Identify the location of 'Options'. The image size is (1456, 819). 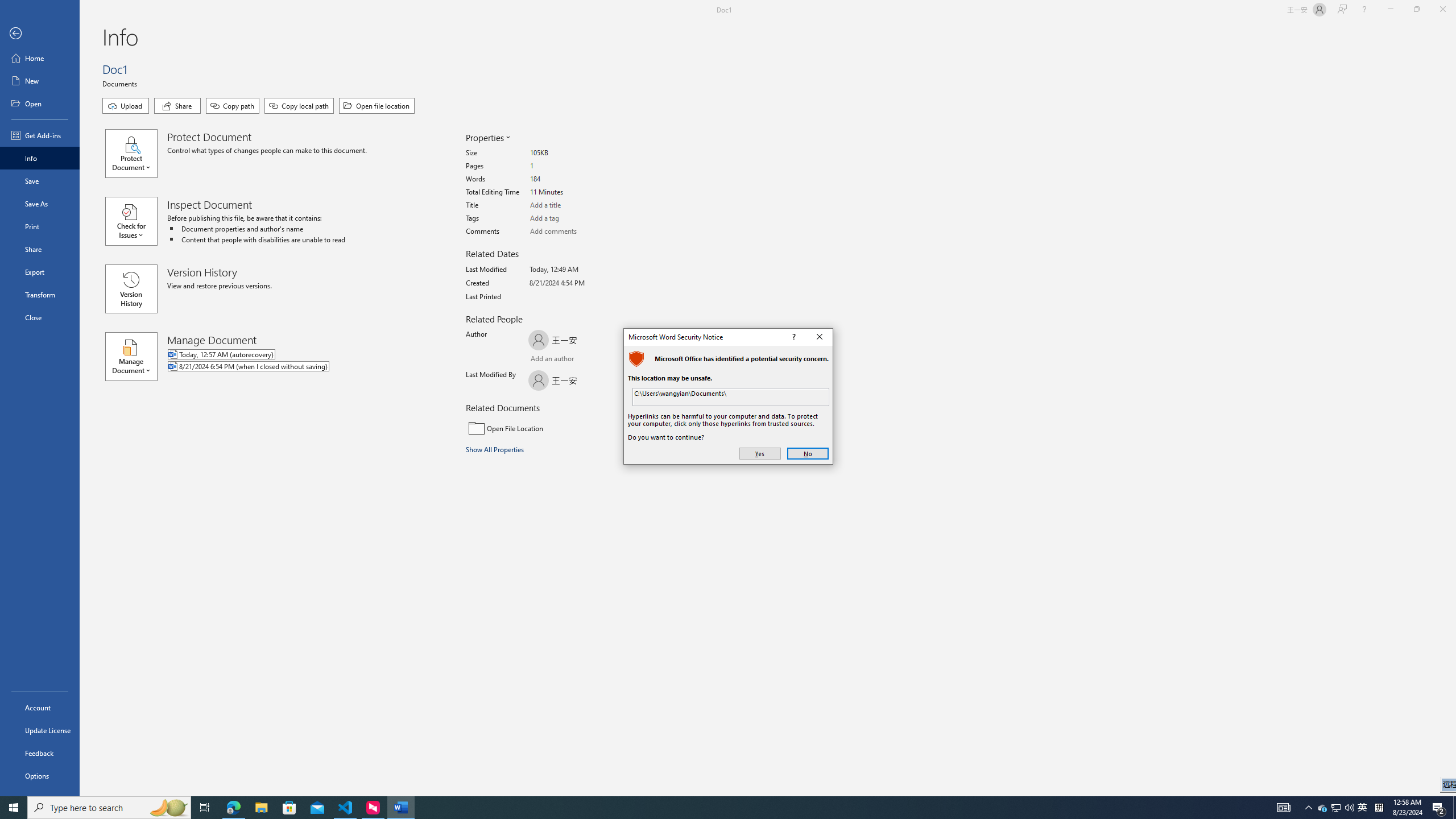
(39, 775).